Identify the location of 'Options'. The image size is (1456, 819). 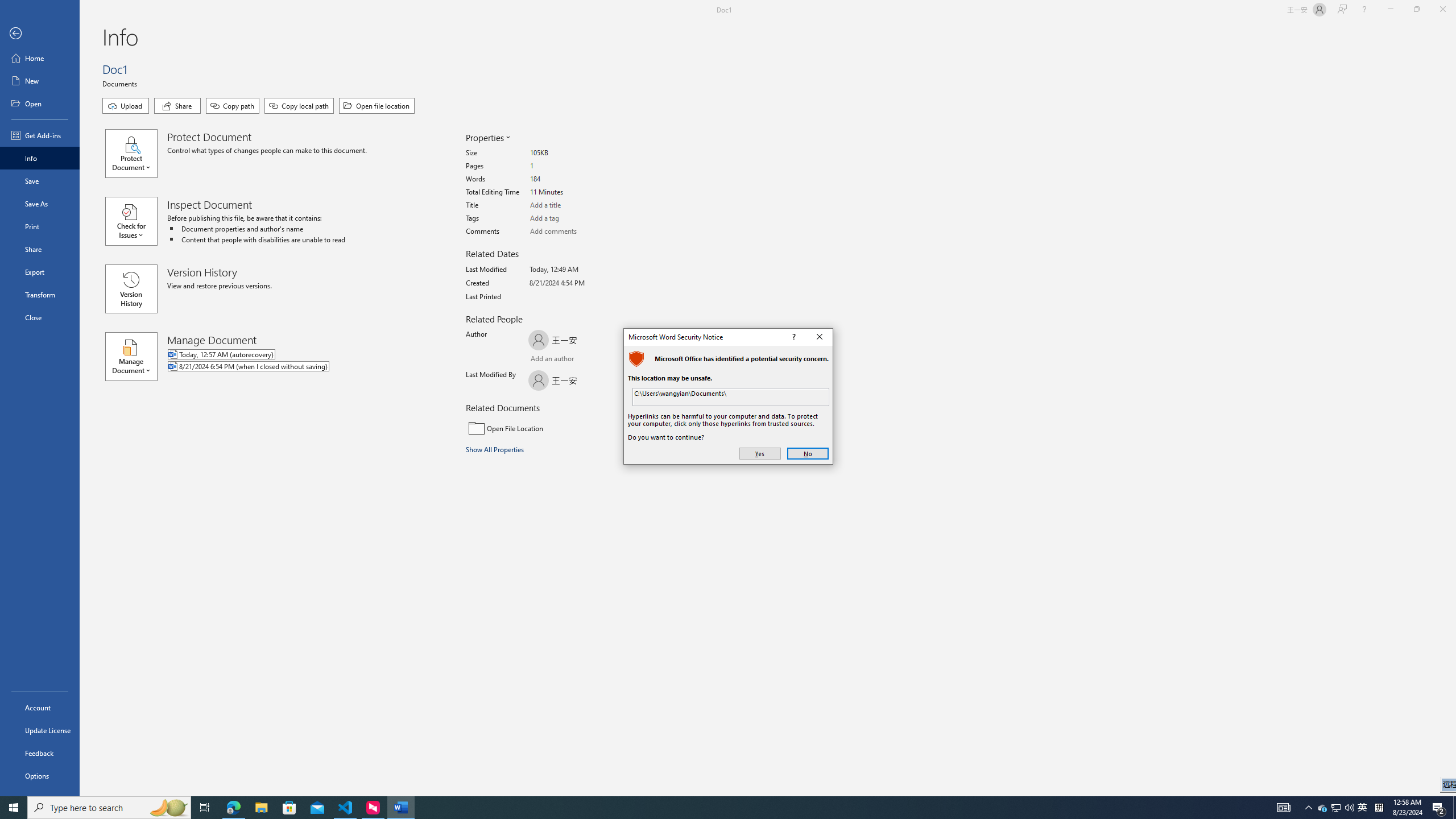
(39, 775).